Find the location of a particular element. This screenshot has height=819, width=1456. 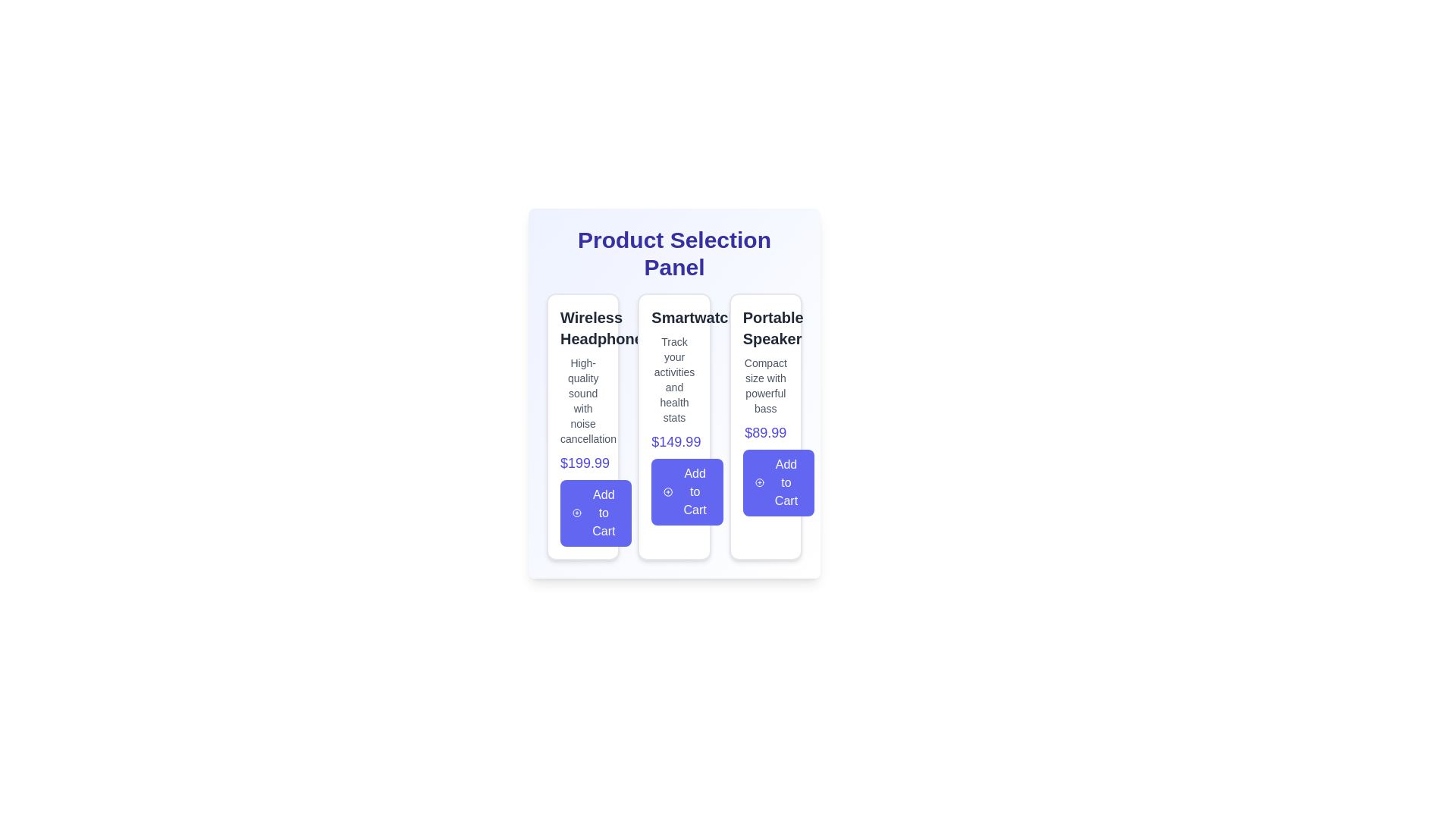

the text label displaying 'Smartwatch' in bold, large-sized dark gray font, centered at the top of the middle product card is located at coordinates (673, 317).